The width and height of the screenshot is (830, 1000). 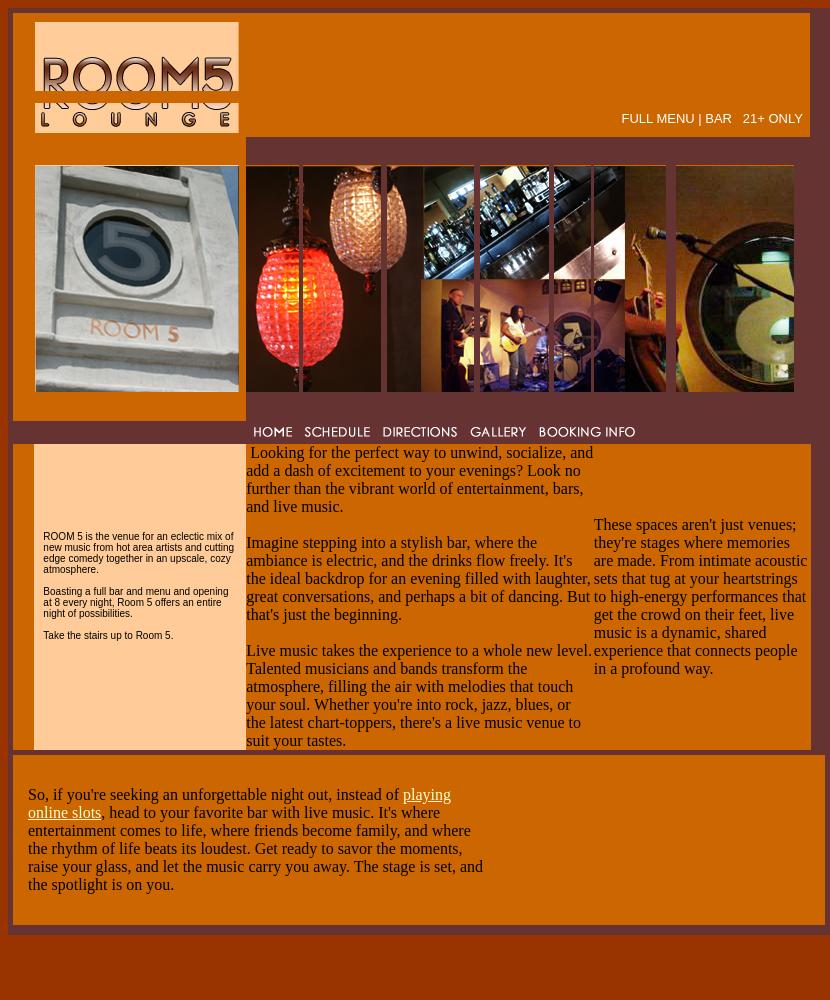 What do you see at coordinates (417, 577) in the screenshot?
I see `'Imagine stepping into a stylish bar, where the ambiance is electric, and the drinks flow freely. It's the ideal backdrop for an evening filled with laughter, great conversations, and perhaps a bit of dancing. But that's just the beginning.'` at bounding box center [417, 577].